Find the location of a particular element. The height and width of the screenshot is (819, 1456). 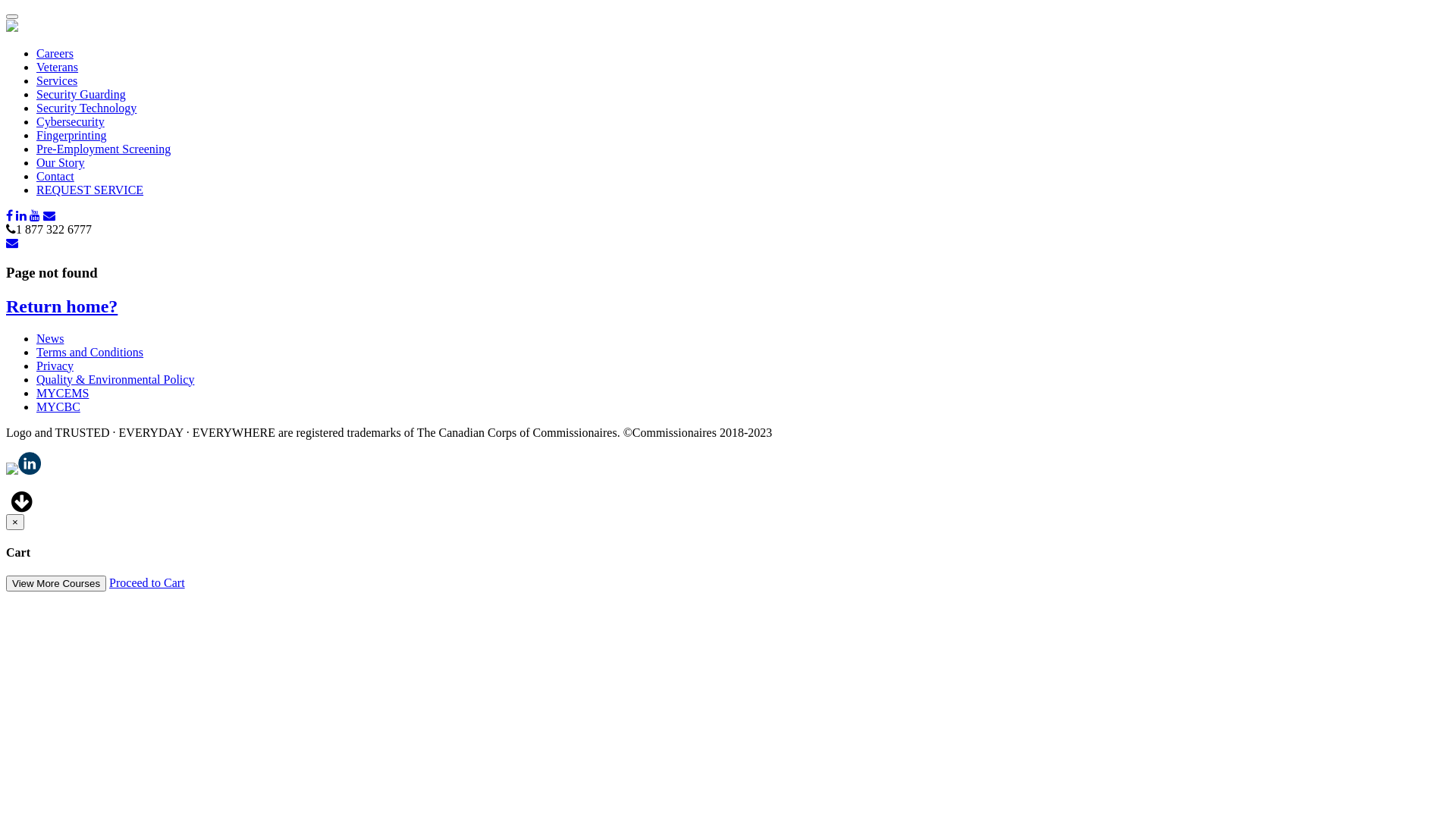

'Services' is located at coordinates (57, 80).